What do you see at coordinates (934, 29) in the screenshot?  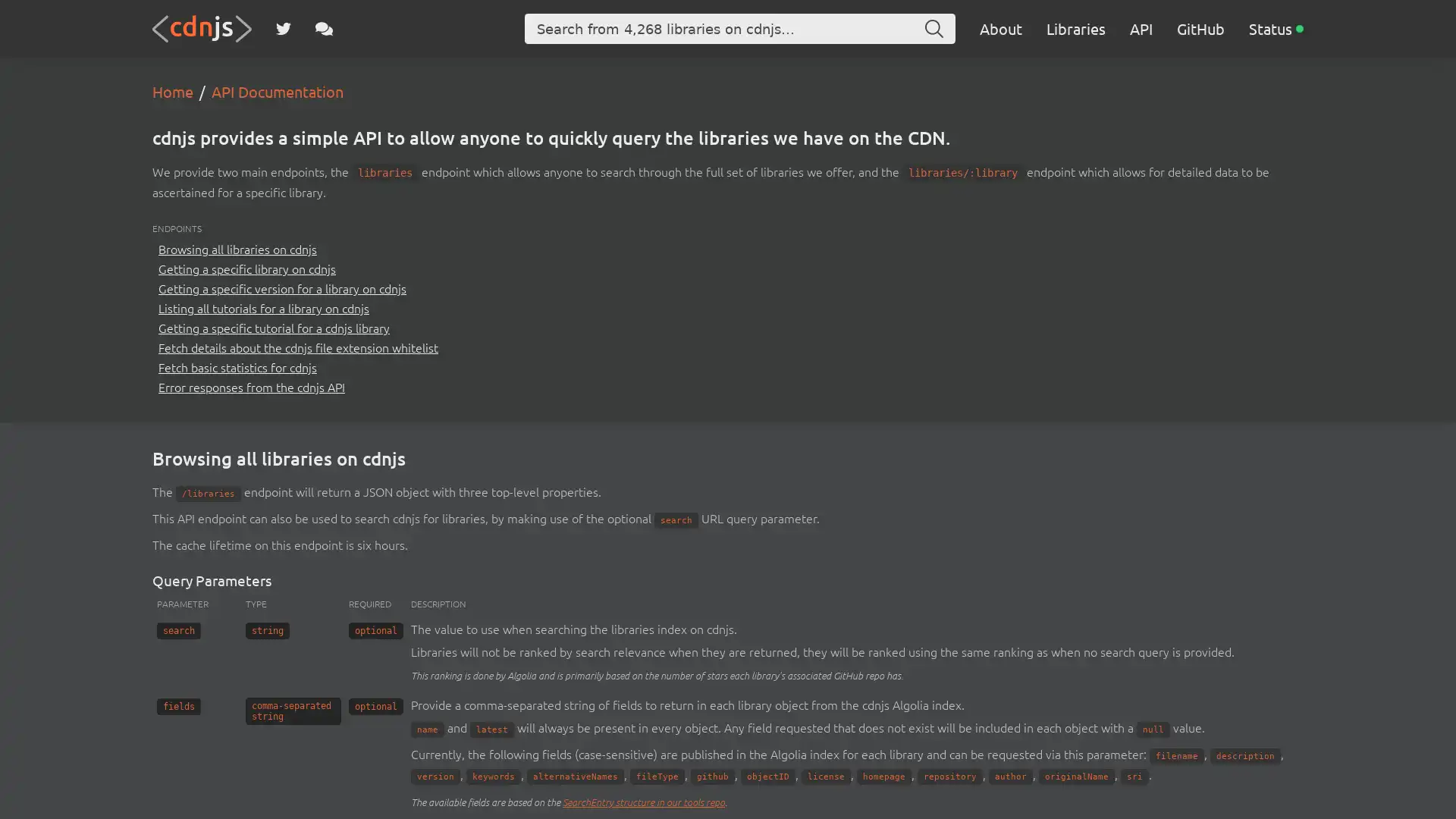 I see `Search` at bounding box center [934, 29].